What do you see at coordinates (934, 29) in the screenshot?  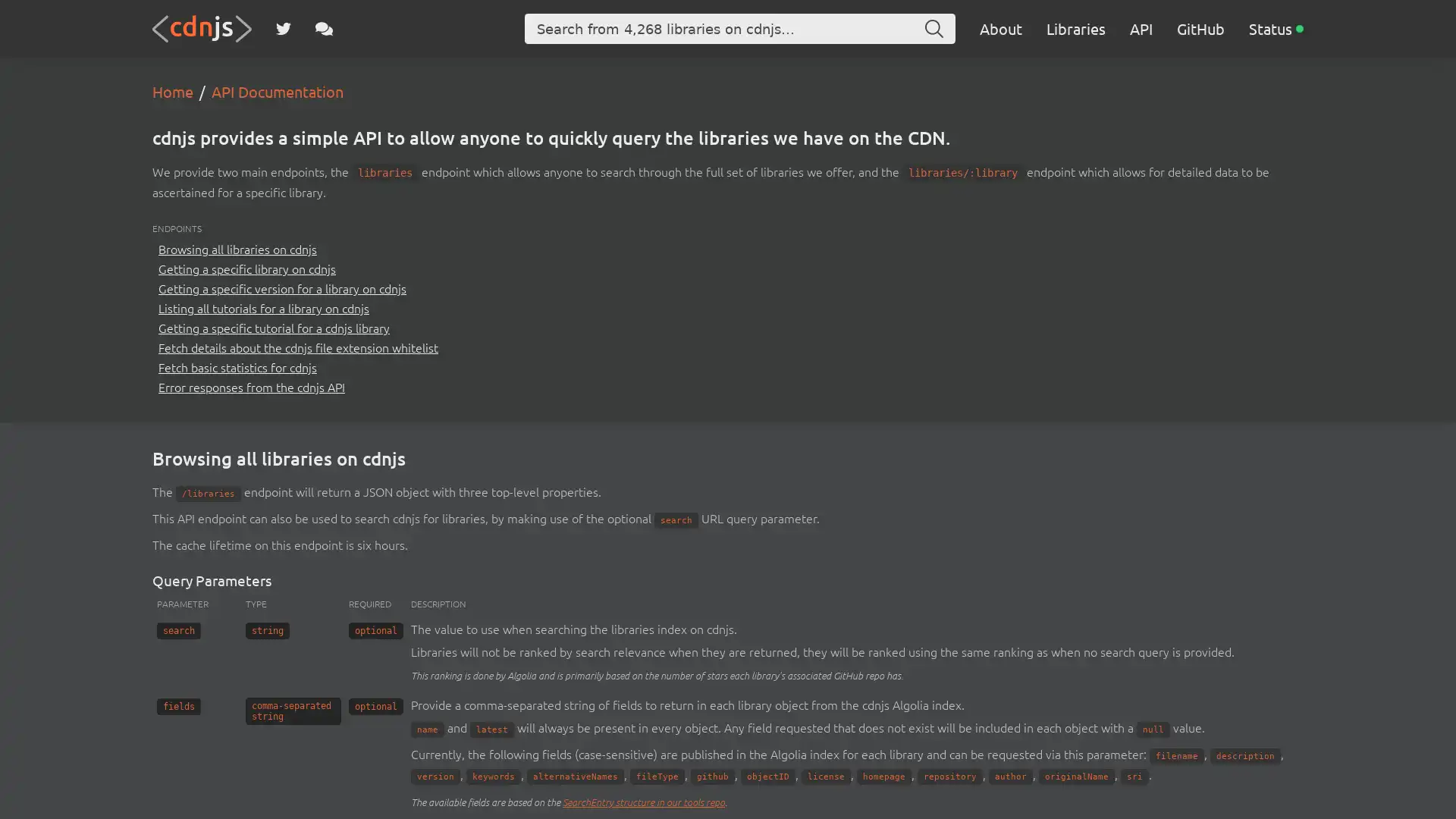 I see `Search` at bounding box center [934, 29].